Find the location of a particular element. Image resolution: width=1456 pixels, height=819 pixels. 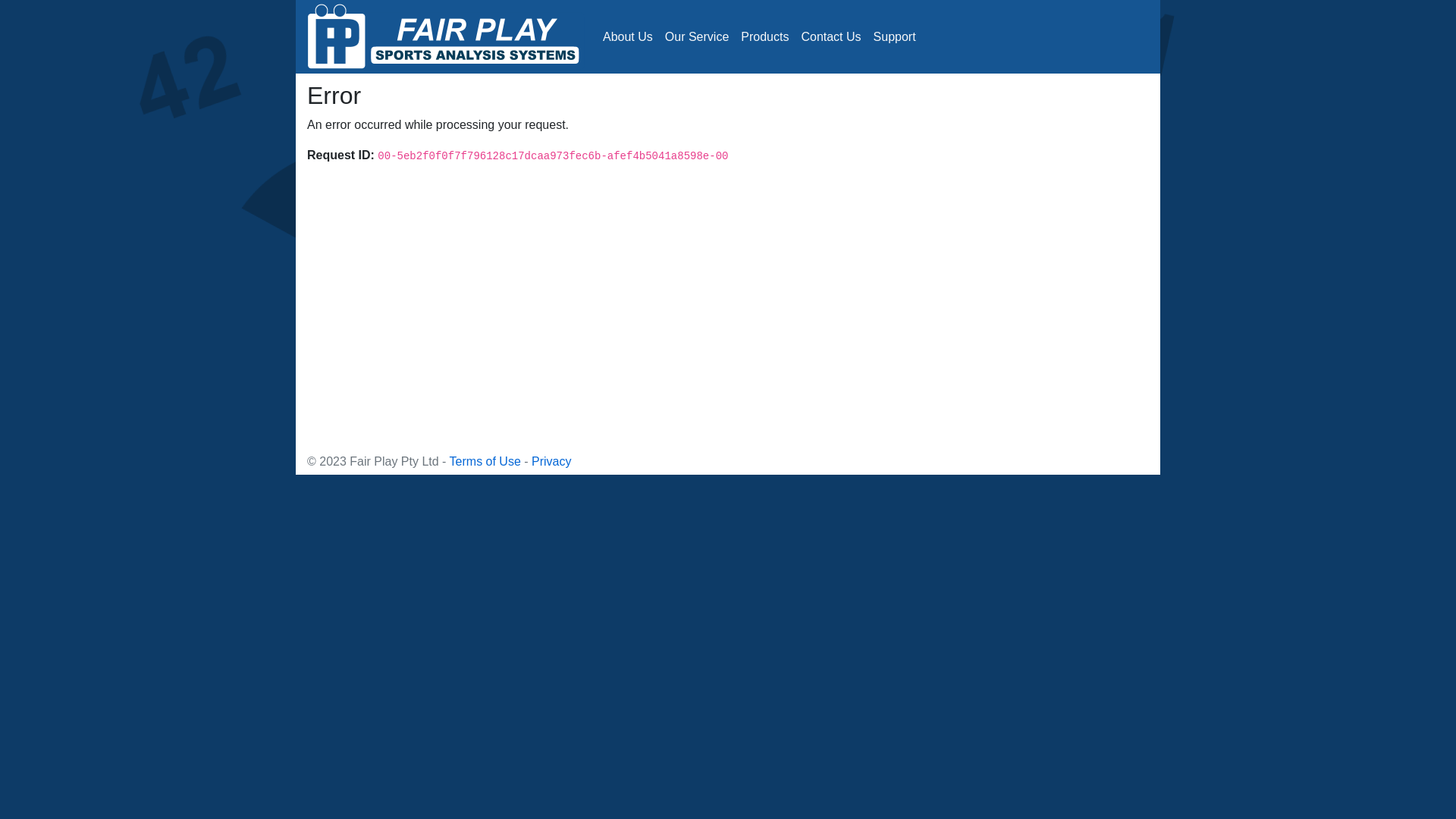

'Our Service' is located at coordinates (695, 35).